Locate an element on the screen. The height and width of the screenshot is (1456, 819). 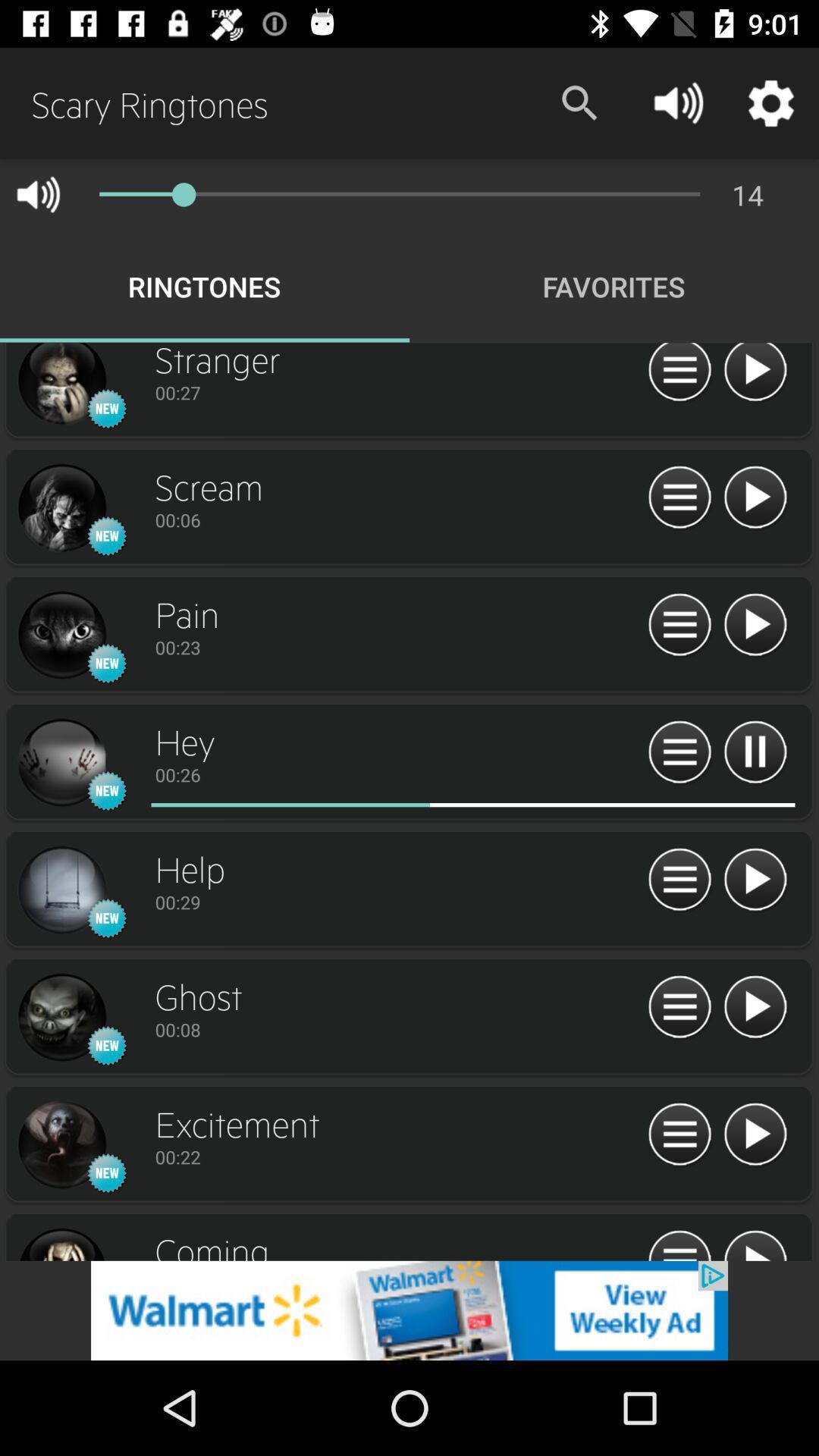
play button is located at coordinates (755, 880).